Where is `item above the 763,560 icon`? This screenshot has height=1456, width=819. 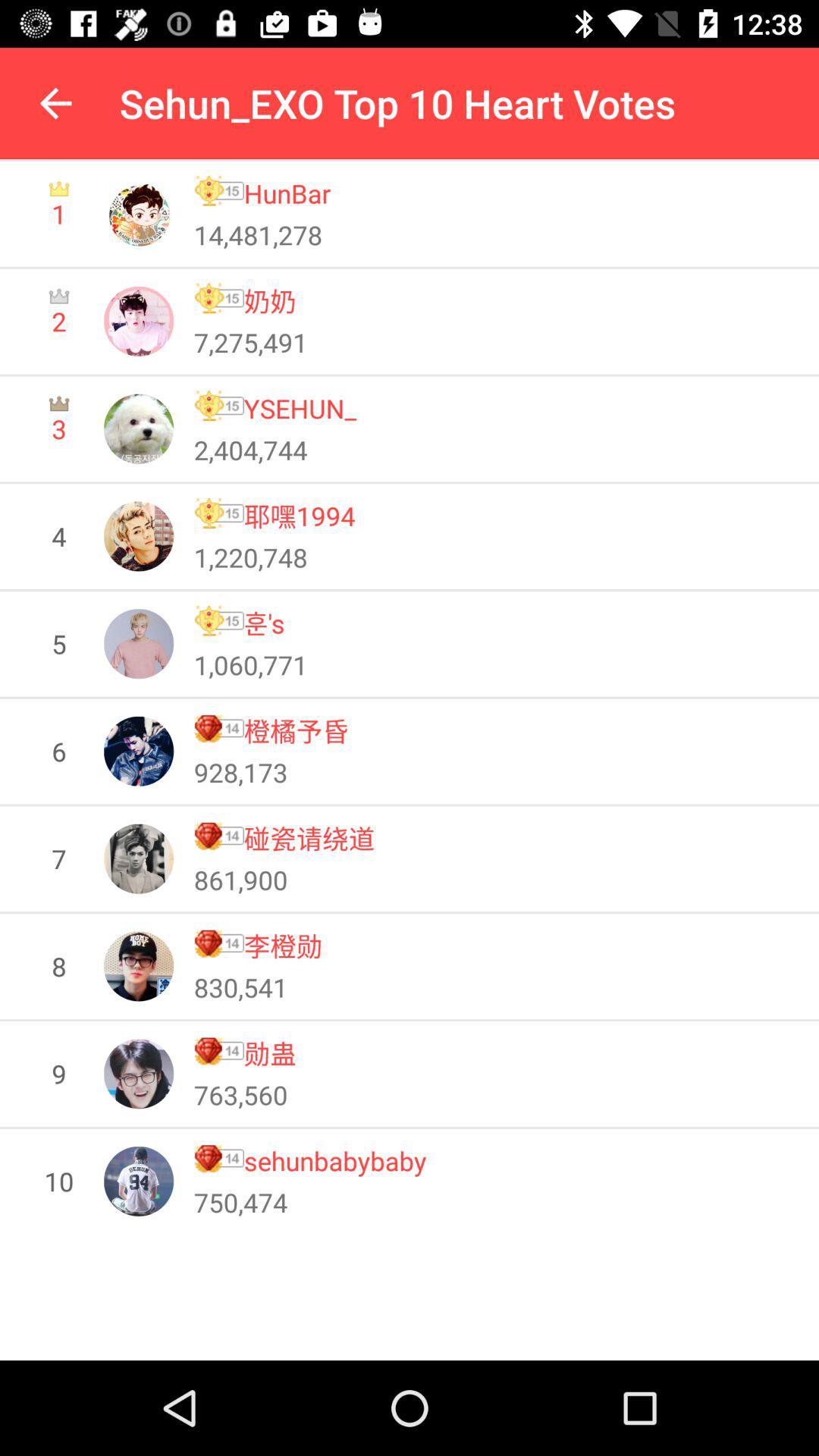
item above the 763,560 icon is located at coordinates (269, 1052).